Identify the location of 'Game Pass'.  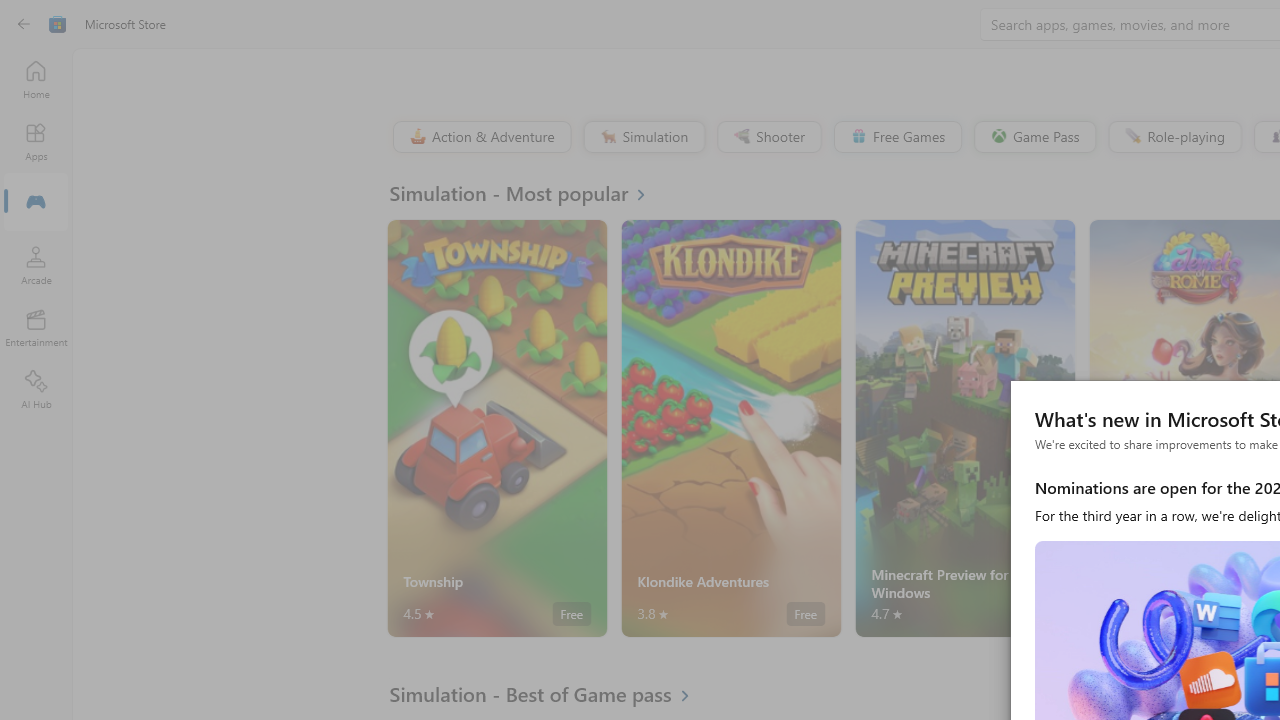
(1033, 135).